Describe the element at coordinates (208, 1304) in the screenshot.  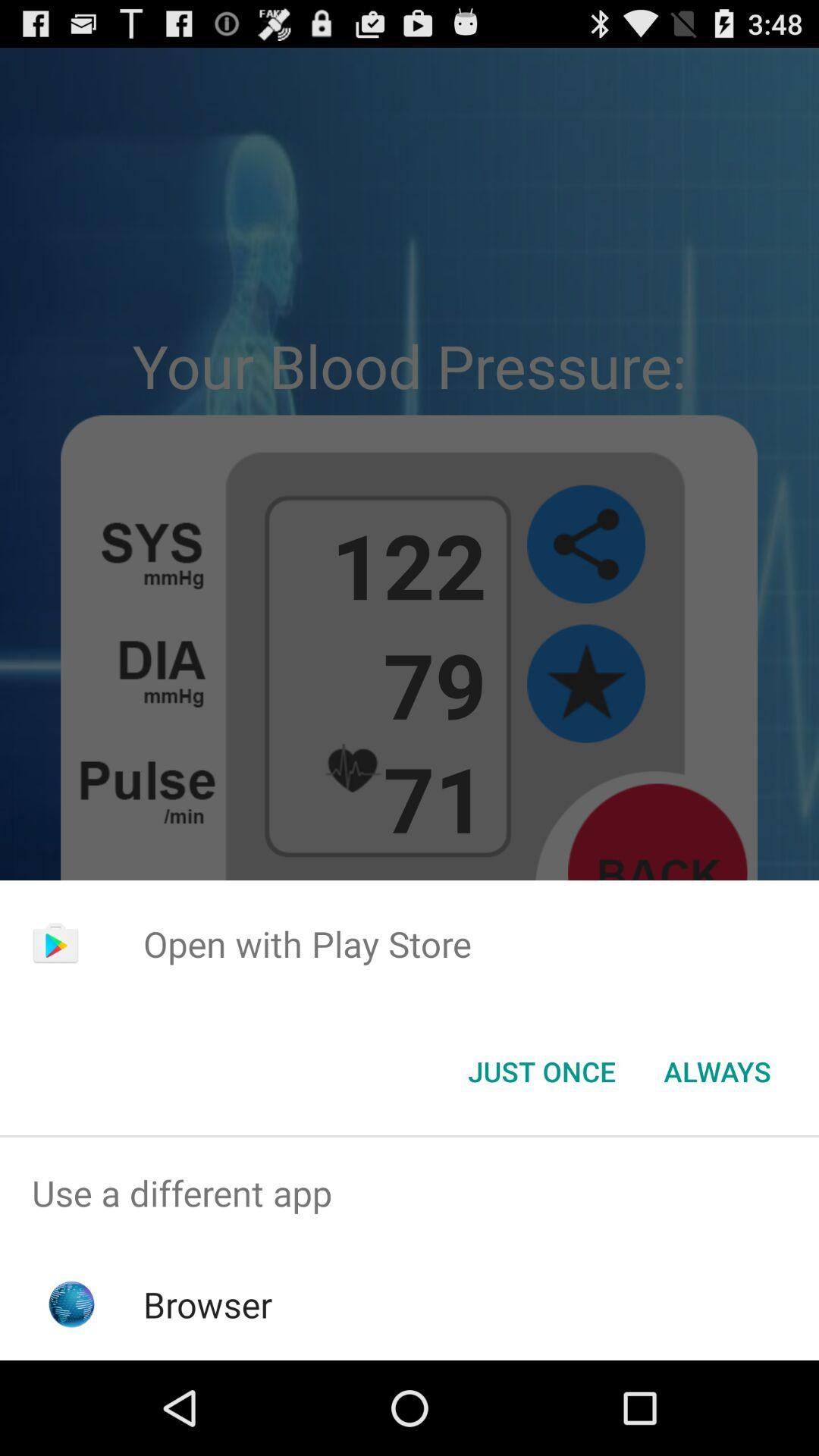
I see `browser app` at that location.